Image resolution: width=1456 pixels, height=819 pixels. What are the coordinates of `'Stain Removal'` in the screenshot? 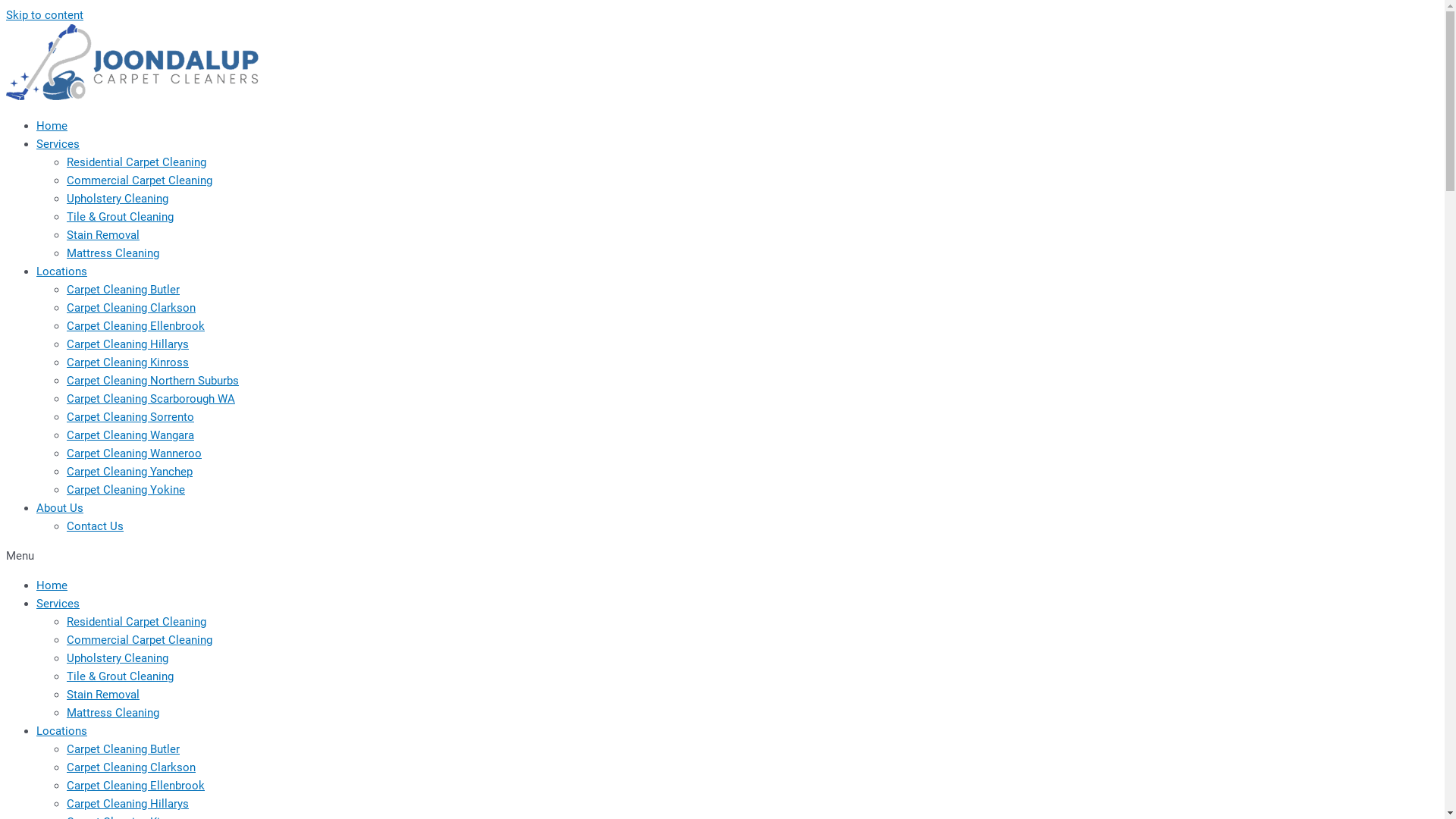 It's located at (102, 694).